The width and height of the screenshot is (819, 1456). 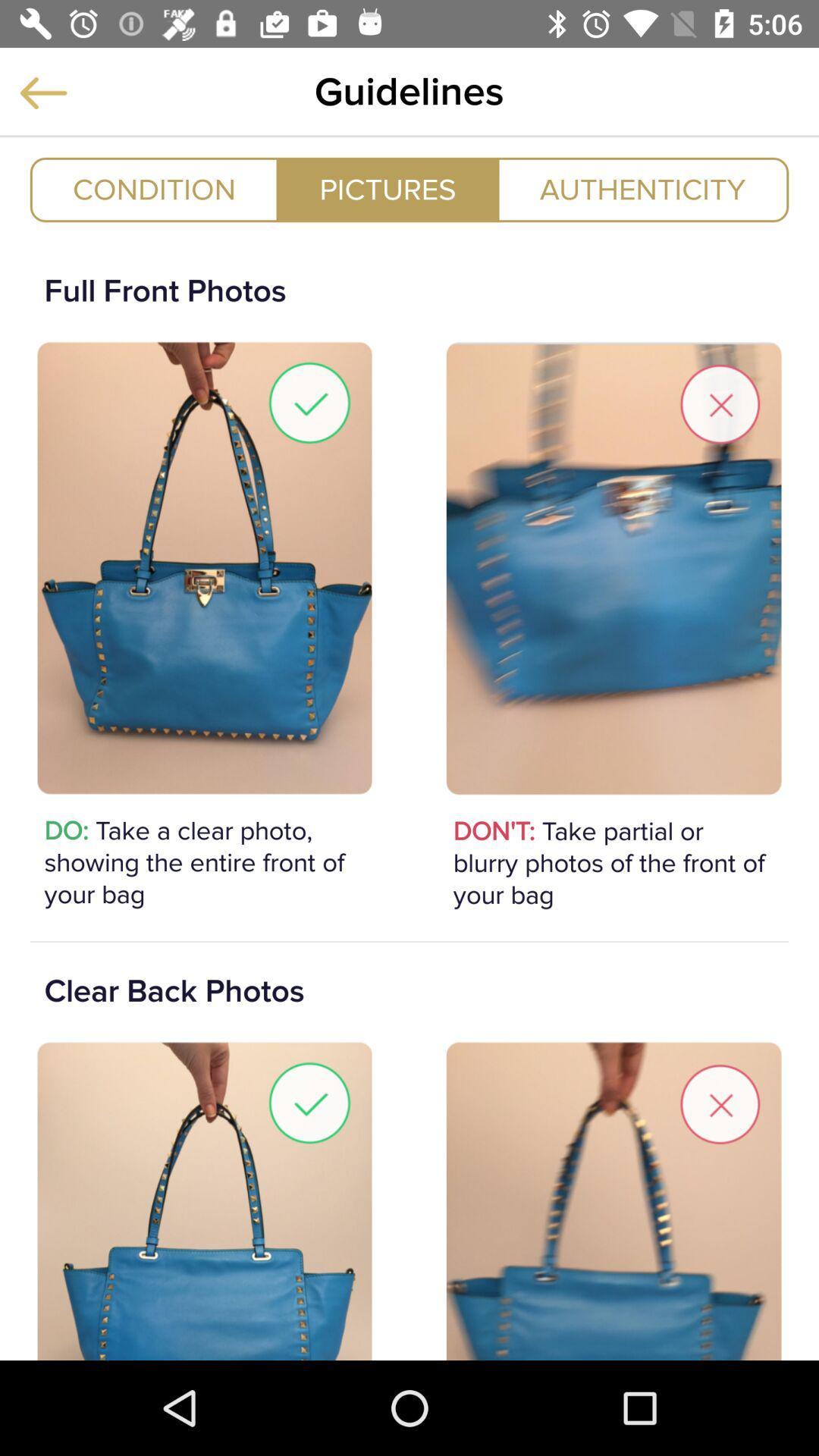 What do you see at coordinates (387, 189) in the screenshot?
I see `icon above the full front photos` at bounding box center [387, 189].